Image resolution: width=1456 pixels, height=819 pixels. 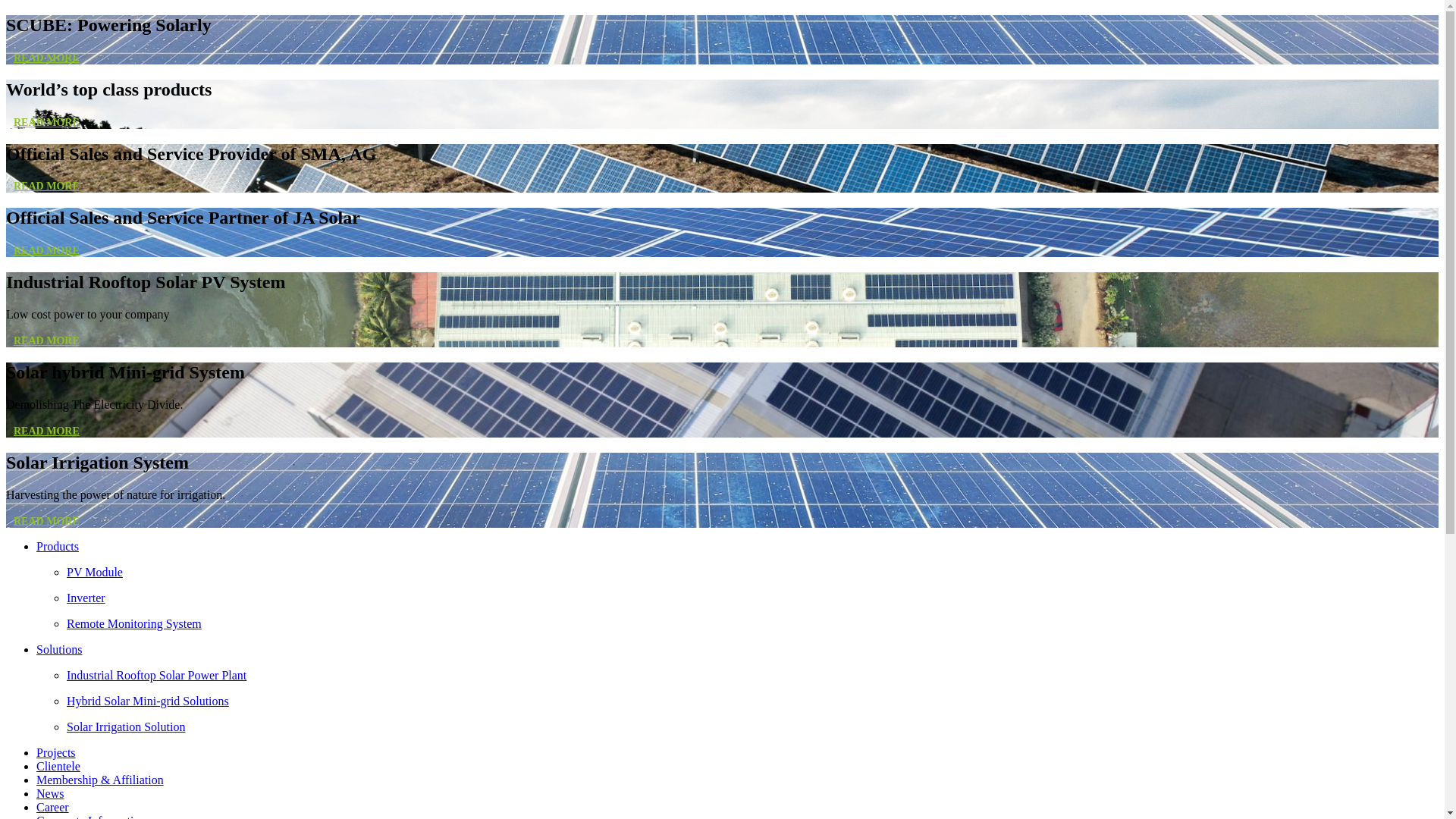 I want to click on 'READ MORE', so click(x=6, y=249).